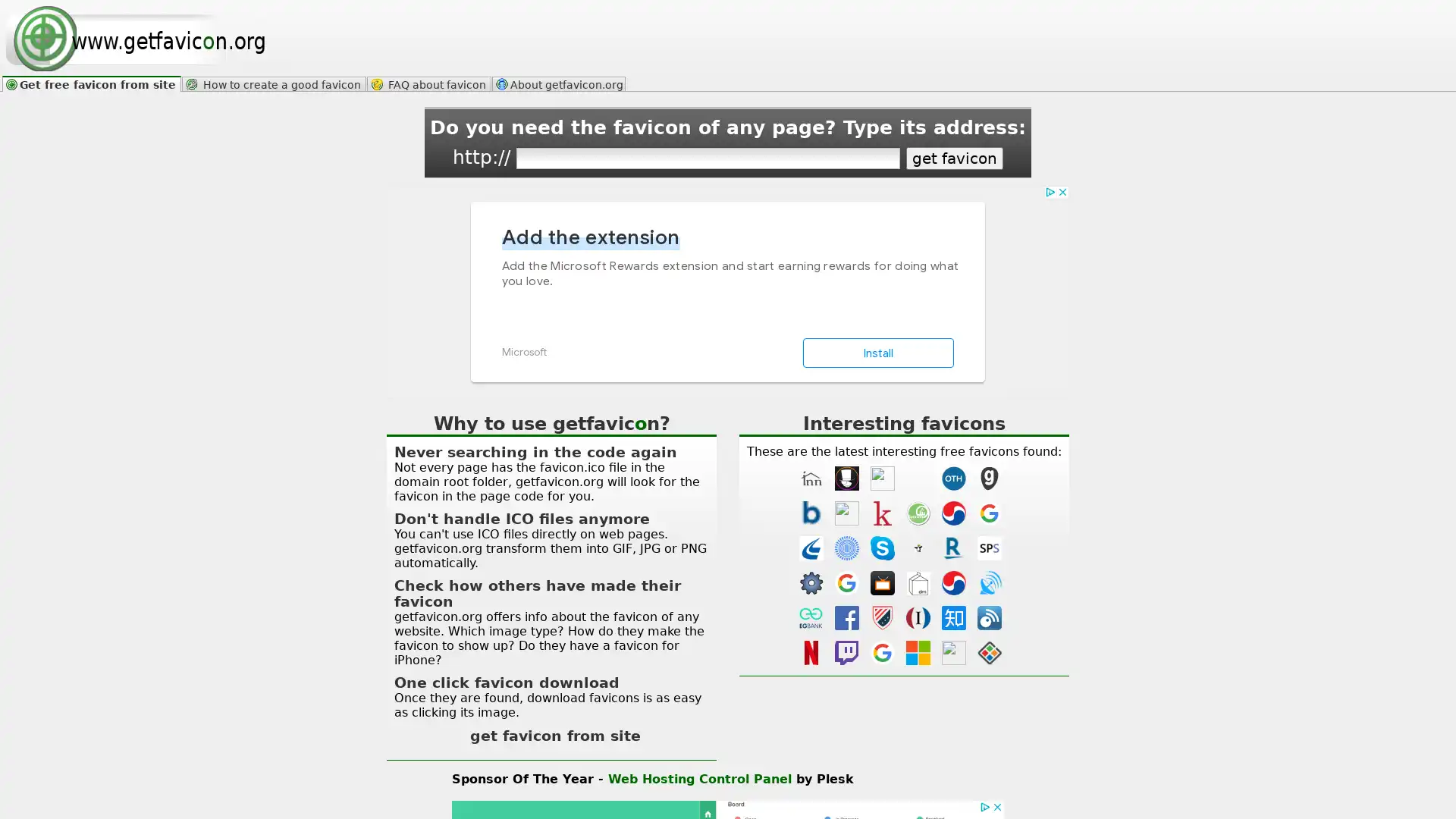 This screenshot has width=1456, height=819. Describe the element at coordinates (953, 158) in the screenshot. I see `get favicon` at that location.